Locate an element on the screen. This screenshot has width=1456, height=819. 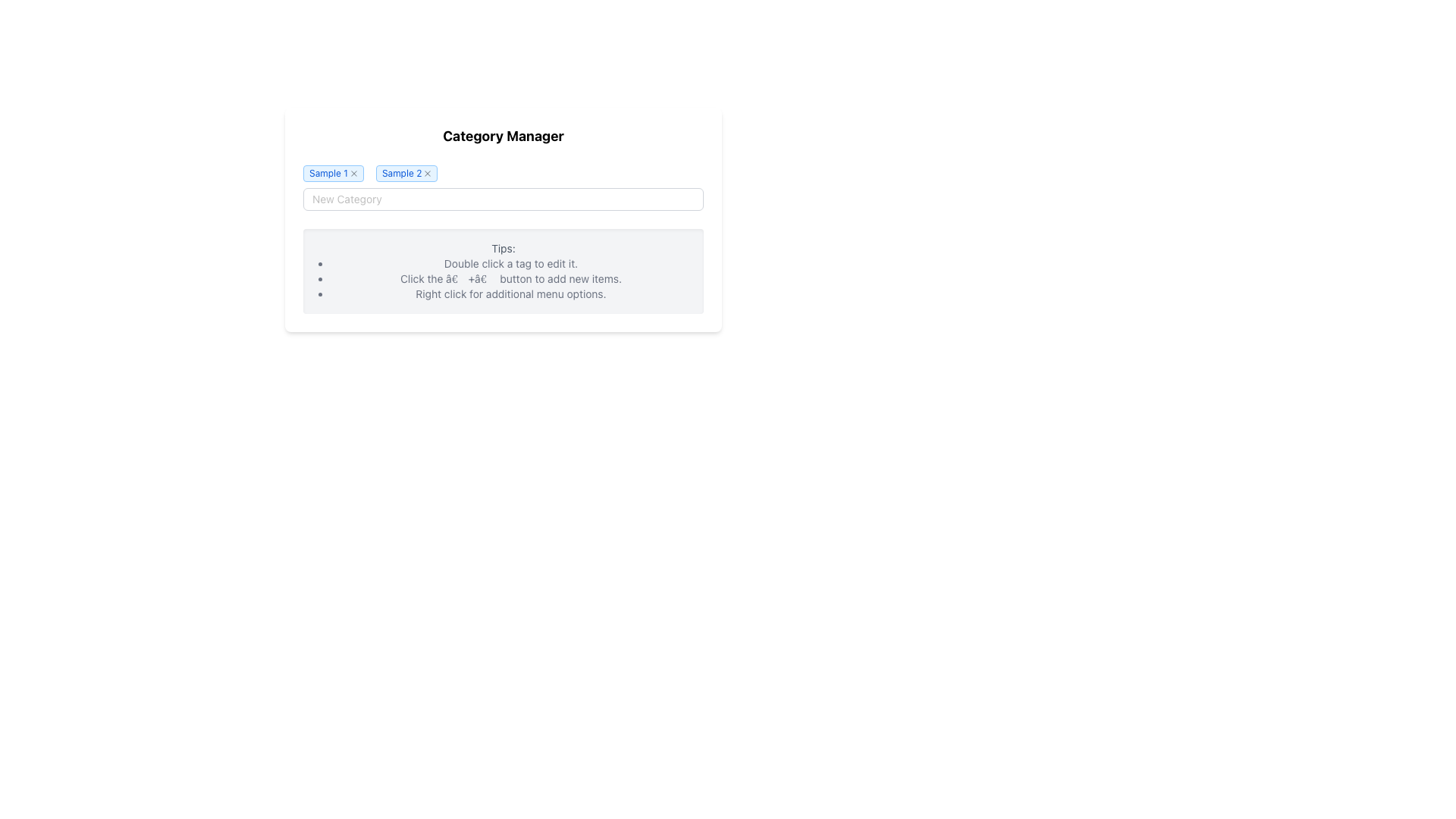
the Informational text block that contains the title 'Tips:' and a bulleted list of instructions, located beneath the 'New Category' text input field is located at coordinates (503, 271).